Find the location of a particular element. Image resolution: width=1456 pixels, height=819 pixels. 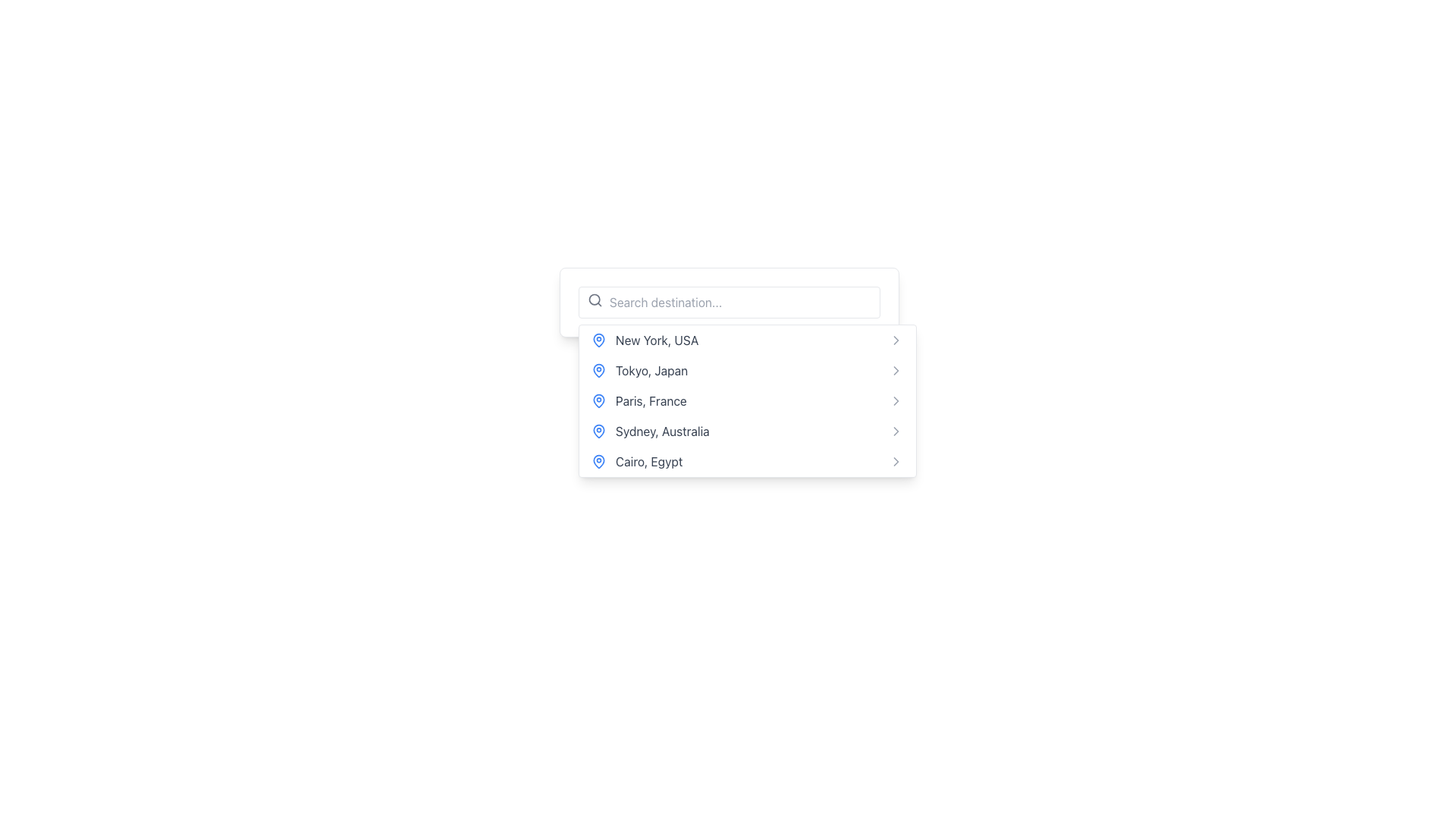

the fourth option in the location selection dropdown menu, which indicates 'Sydney, Australia' is located at coordinates (662, 431).